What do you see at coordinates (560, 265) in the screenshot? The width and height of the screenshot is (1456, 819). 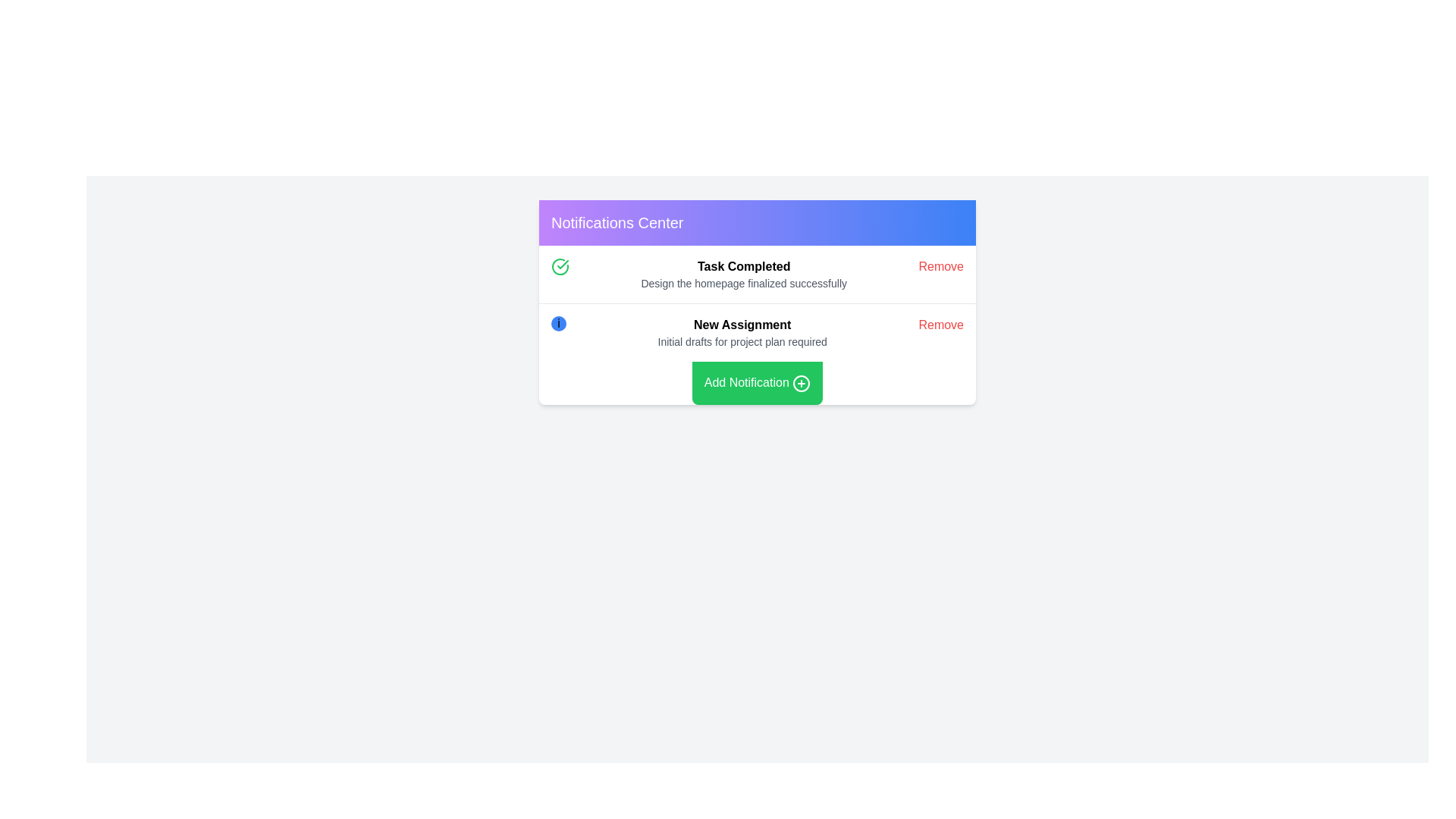 I see `green circular SVG icon with a checkmark that indicates 'Task Completed' in the notification panel` at bounding box center [560, 265].